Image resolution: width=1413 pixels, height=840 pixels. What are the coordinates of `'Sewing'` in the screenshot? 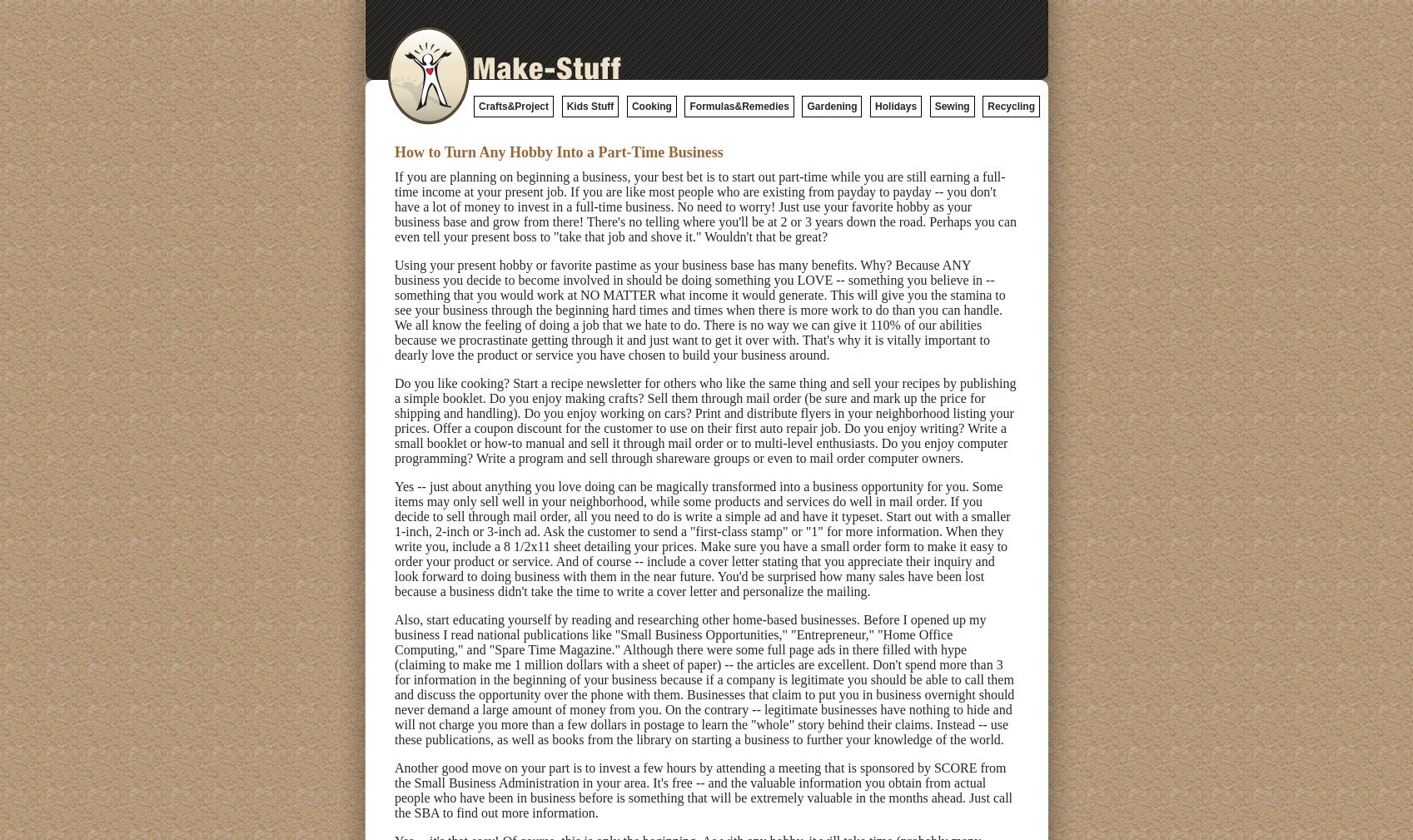 It's located at (951, 106).